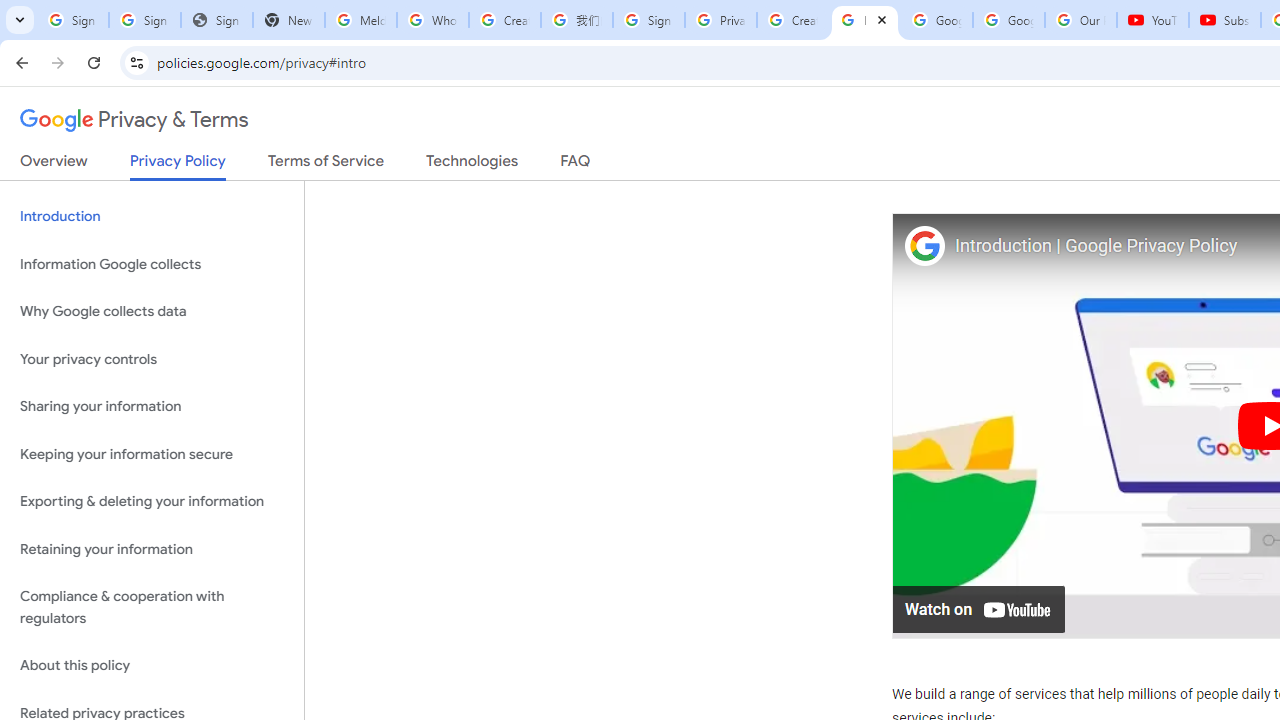 The height and width of the screenshot is (720, 1280). I want to click on 'Compliance & cooperation with regulators', so click(151, 607).